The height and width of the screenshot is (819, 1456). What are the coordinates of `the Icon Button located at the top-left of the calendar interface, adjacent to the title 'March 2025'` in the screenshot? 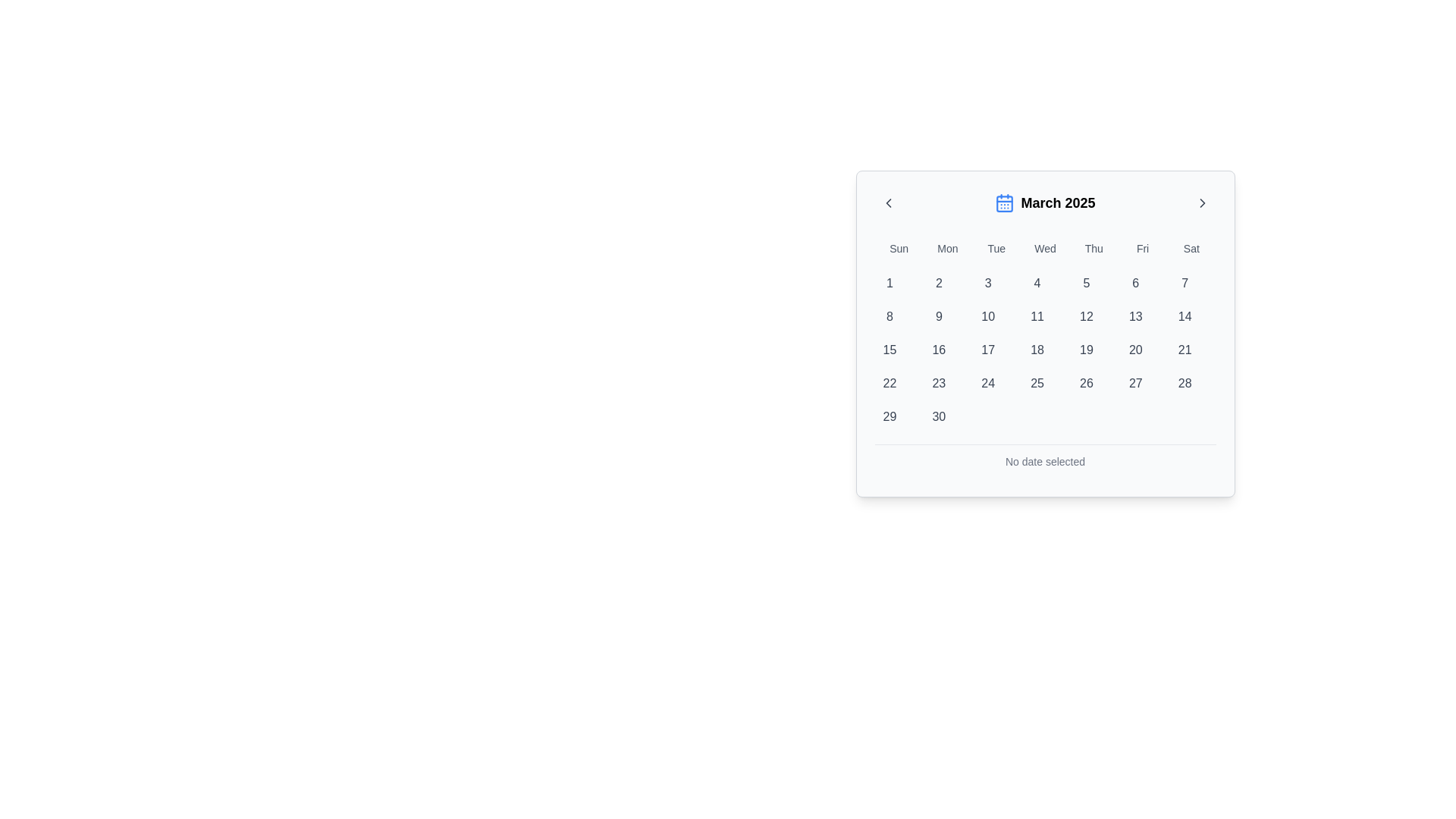 It's located at (888, 202).